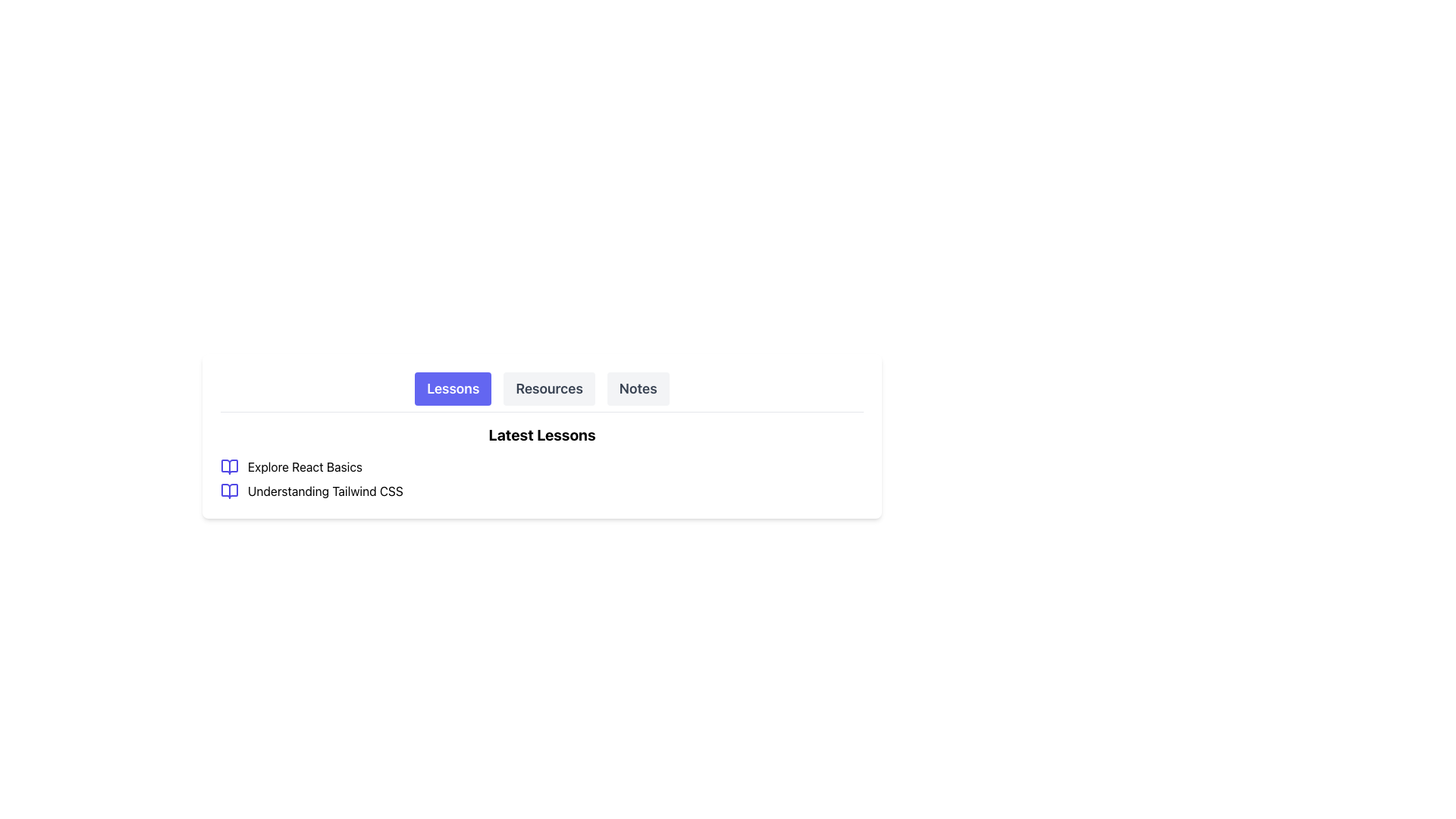  I want to click on the decorative icon representing a book or learning resource located below the 'Latest Lessons' section, immediately to the left of the 'Understanding Tailwind CSS' text, so click(228, 491).